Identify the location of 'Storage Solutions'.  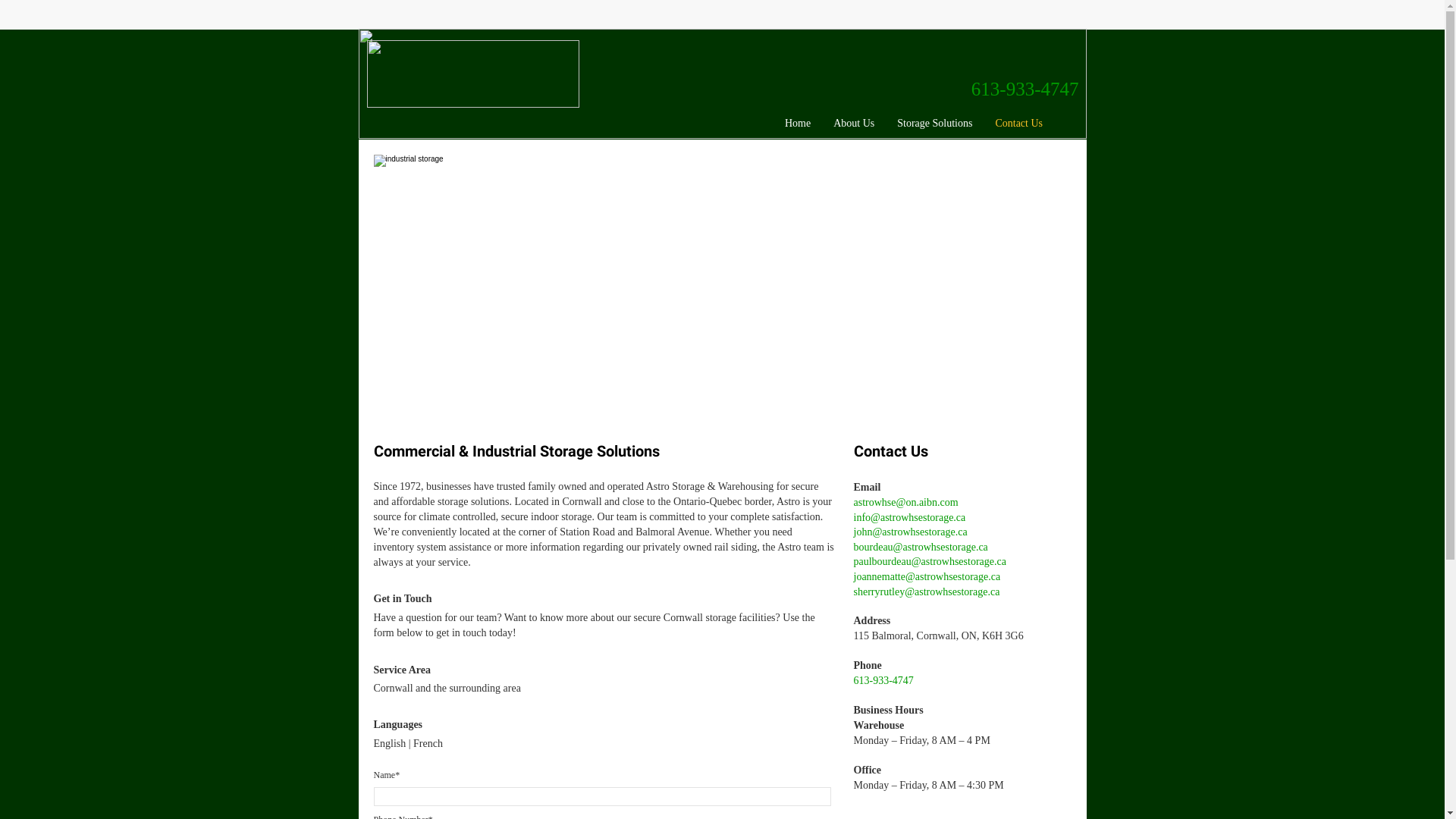
(937, 122).